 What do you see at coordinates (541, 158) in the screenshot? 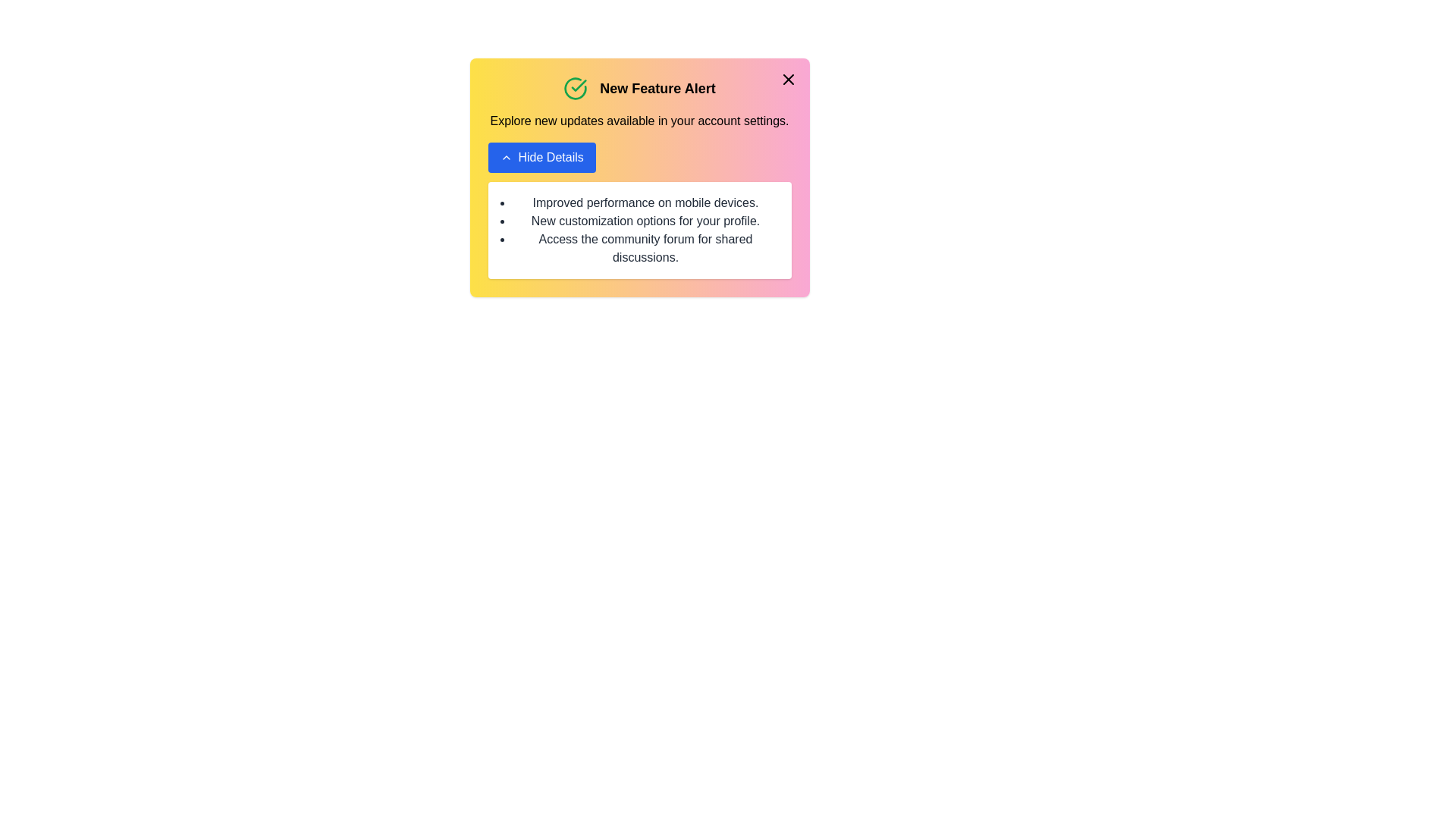
I see `the 'Hide Details' button to toggle the visibility of additional details` at bounding box center [541, 158].